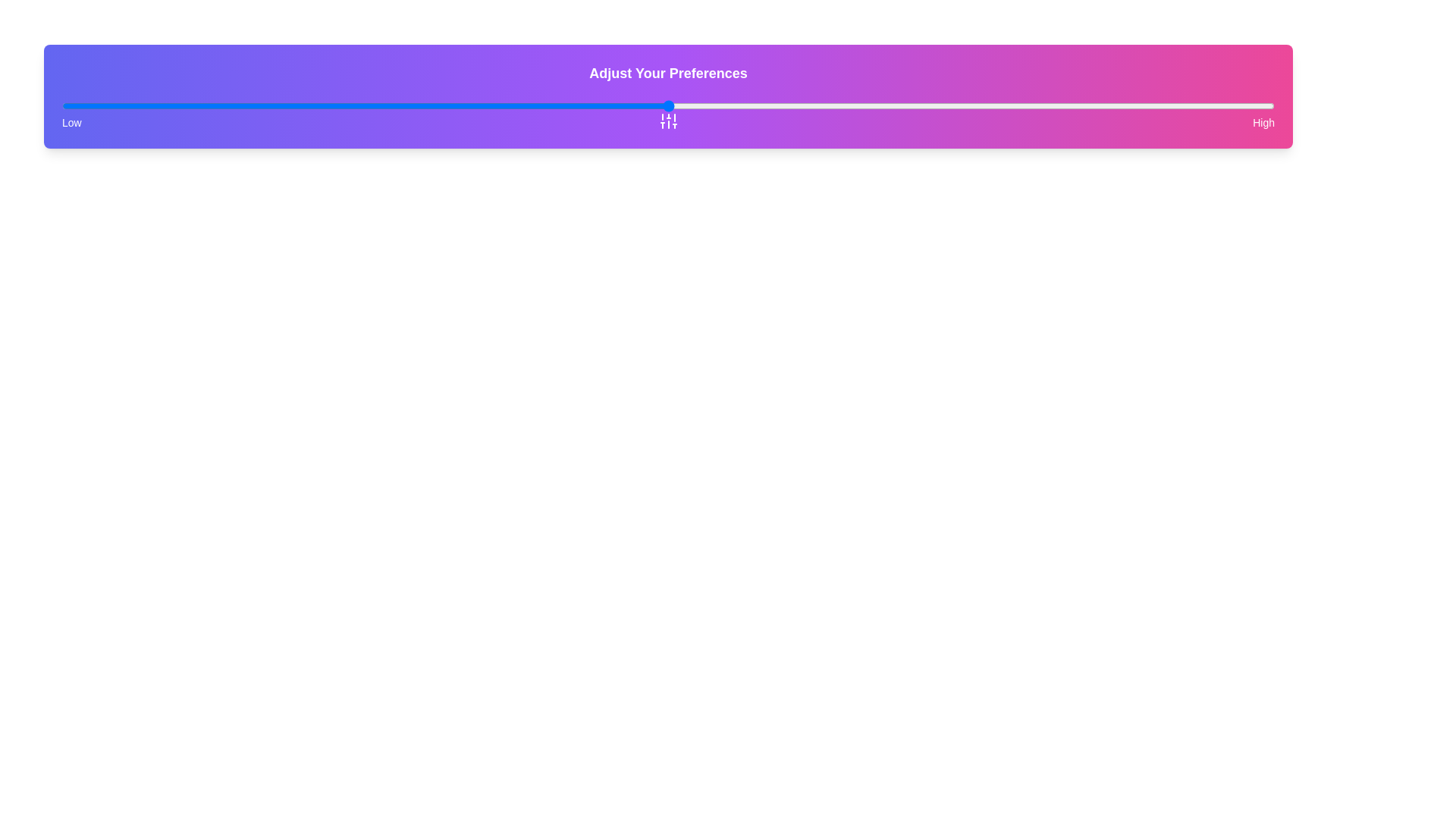 This screenshot has width=1456, height=819. Describe the element at coordinates (667, 122) in the screenshot. I see `the 'Low' or 'High' label in the 'Adjust Your Preferences' section` at that location.